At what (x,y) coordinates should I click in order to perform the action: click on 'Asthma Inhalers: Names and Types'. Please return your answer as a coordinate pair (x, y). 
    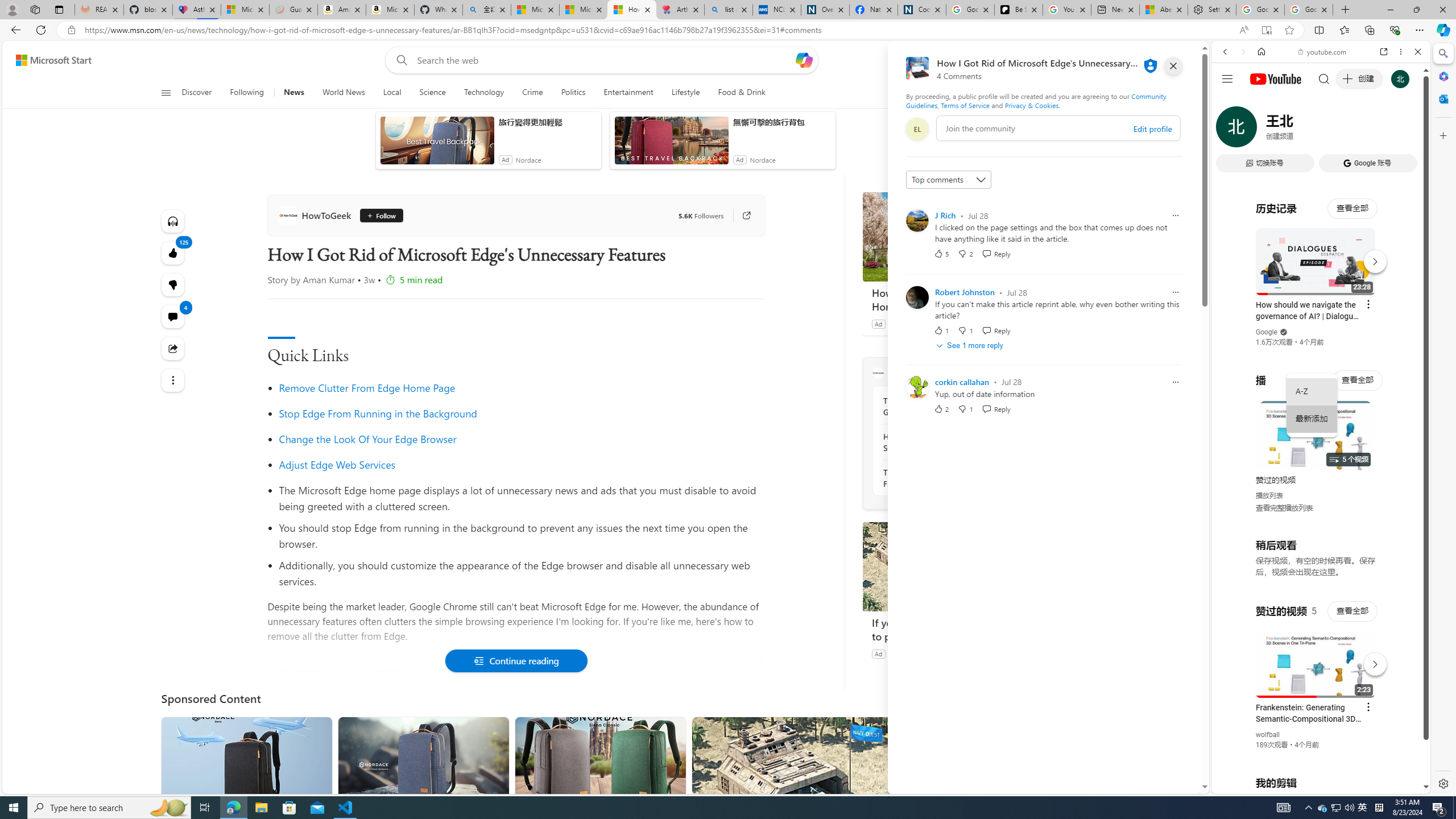
    Looking at the image, I should click on (196, 9).